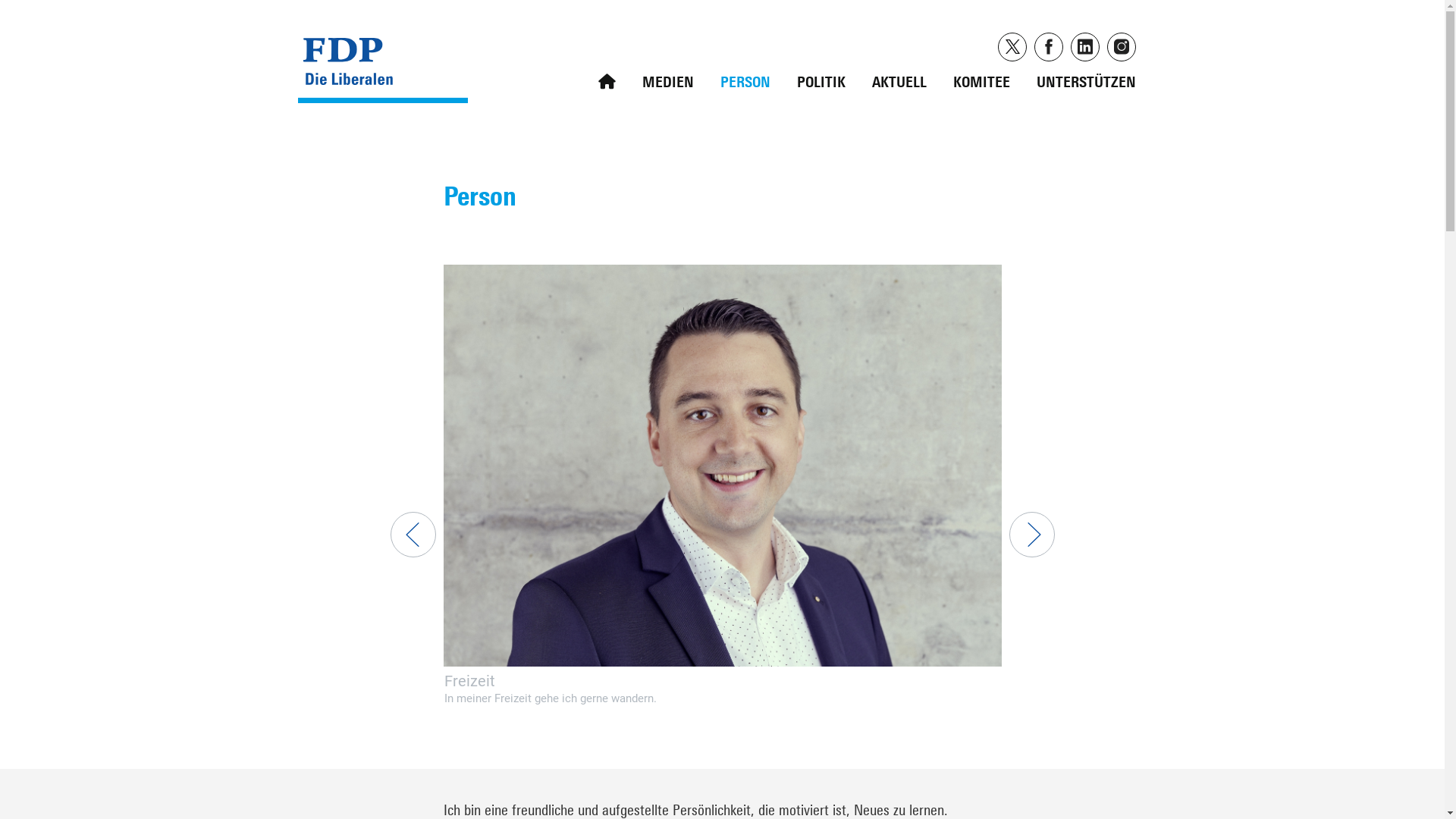 This screenshot has height=819, width=1456. I want to click on 'POLITIK', so click(821, 78).